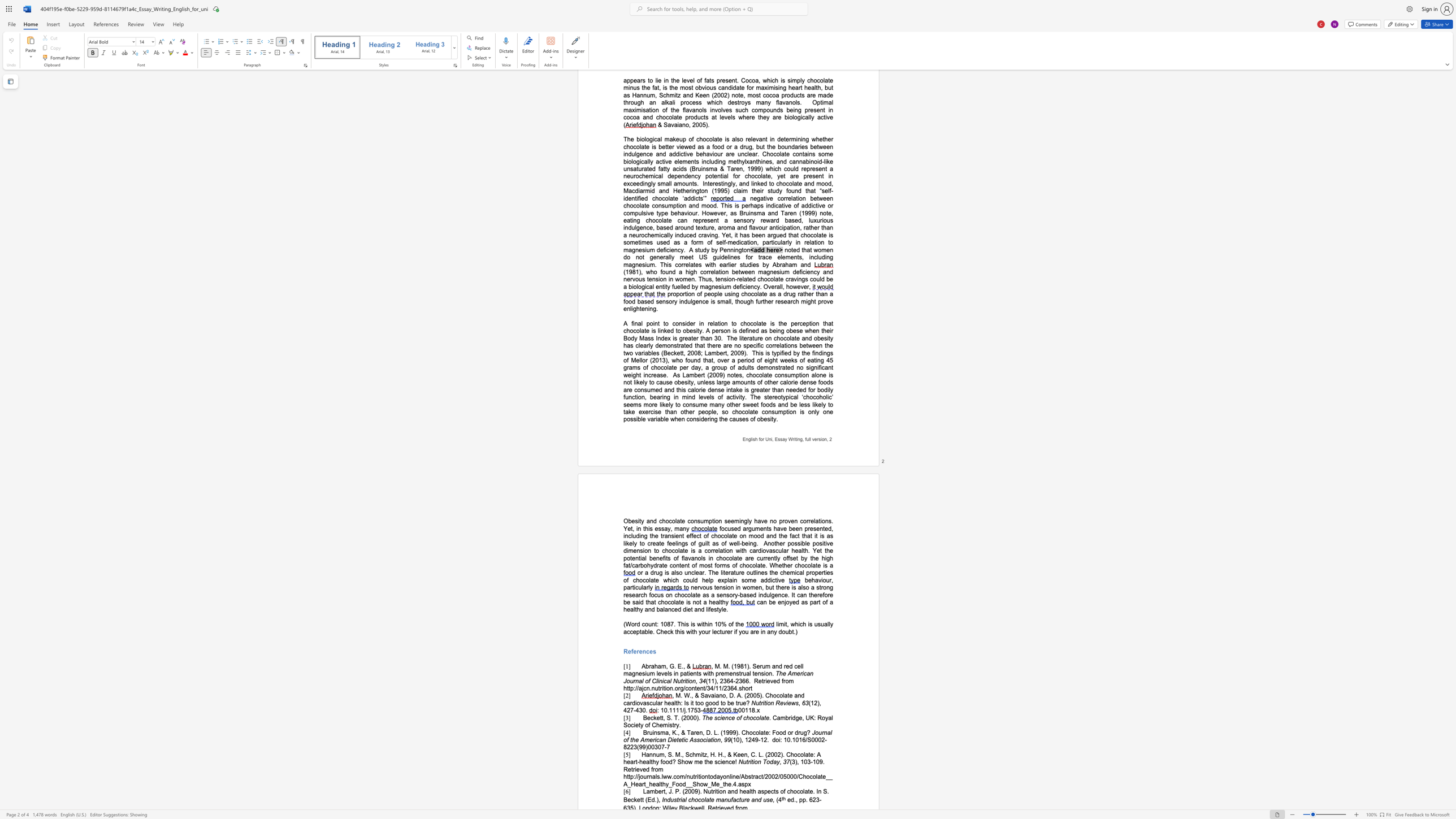 The height and width of the screenshot is (819, 1456). What do you see at coordinates (807, 565) in the screenshot?
I see `the subset text "ola" within the text "Whether chocolate is a"` at bounding box center [807, 565].